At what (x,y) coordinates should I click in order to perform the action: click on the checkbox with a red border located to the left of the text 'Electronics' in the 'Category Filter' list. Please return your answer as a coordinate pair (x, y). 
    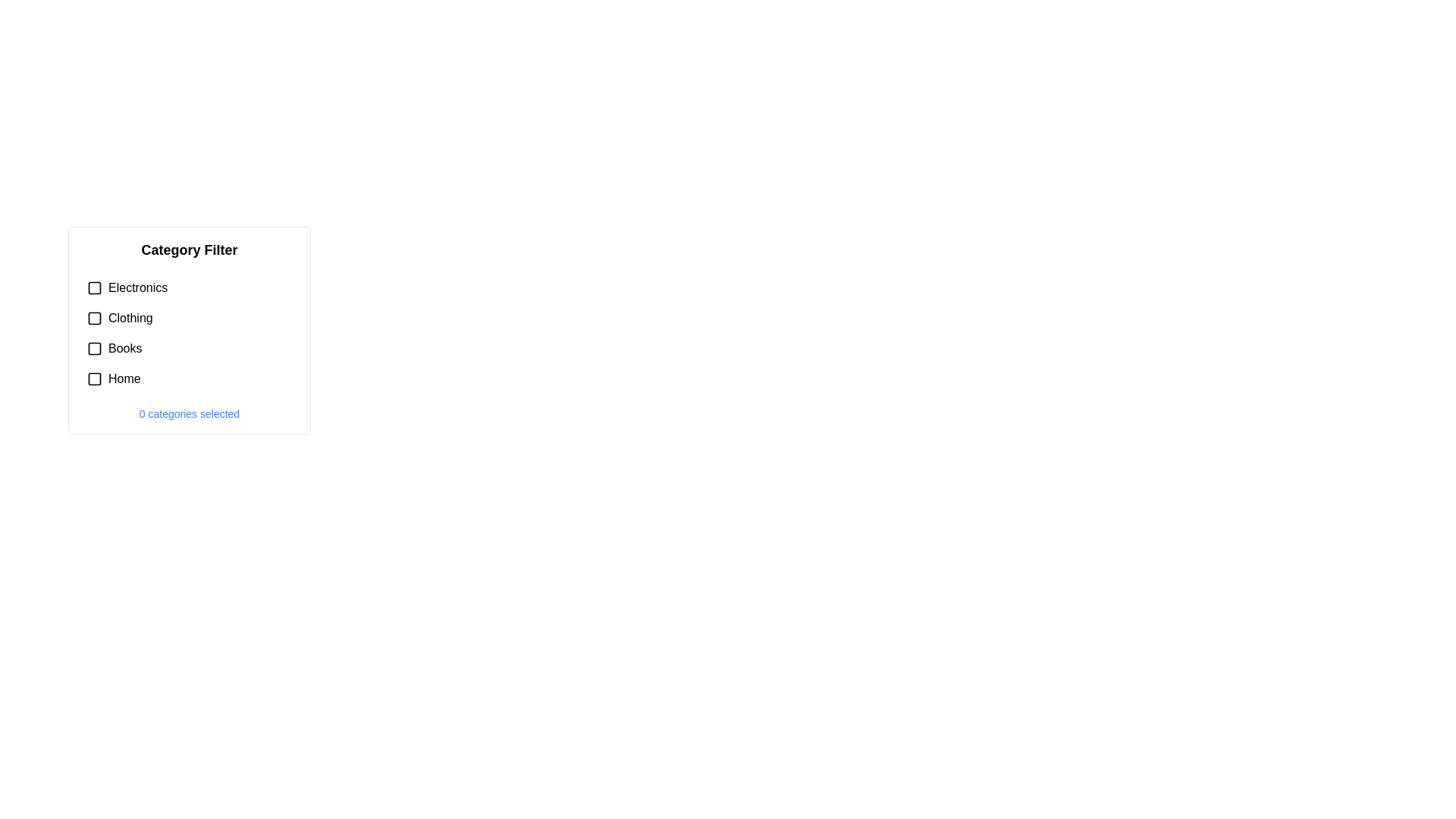
    Looking at the image, I should click on (93, 288).